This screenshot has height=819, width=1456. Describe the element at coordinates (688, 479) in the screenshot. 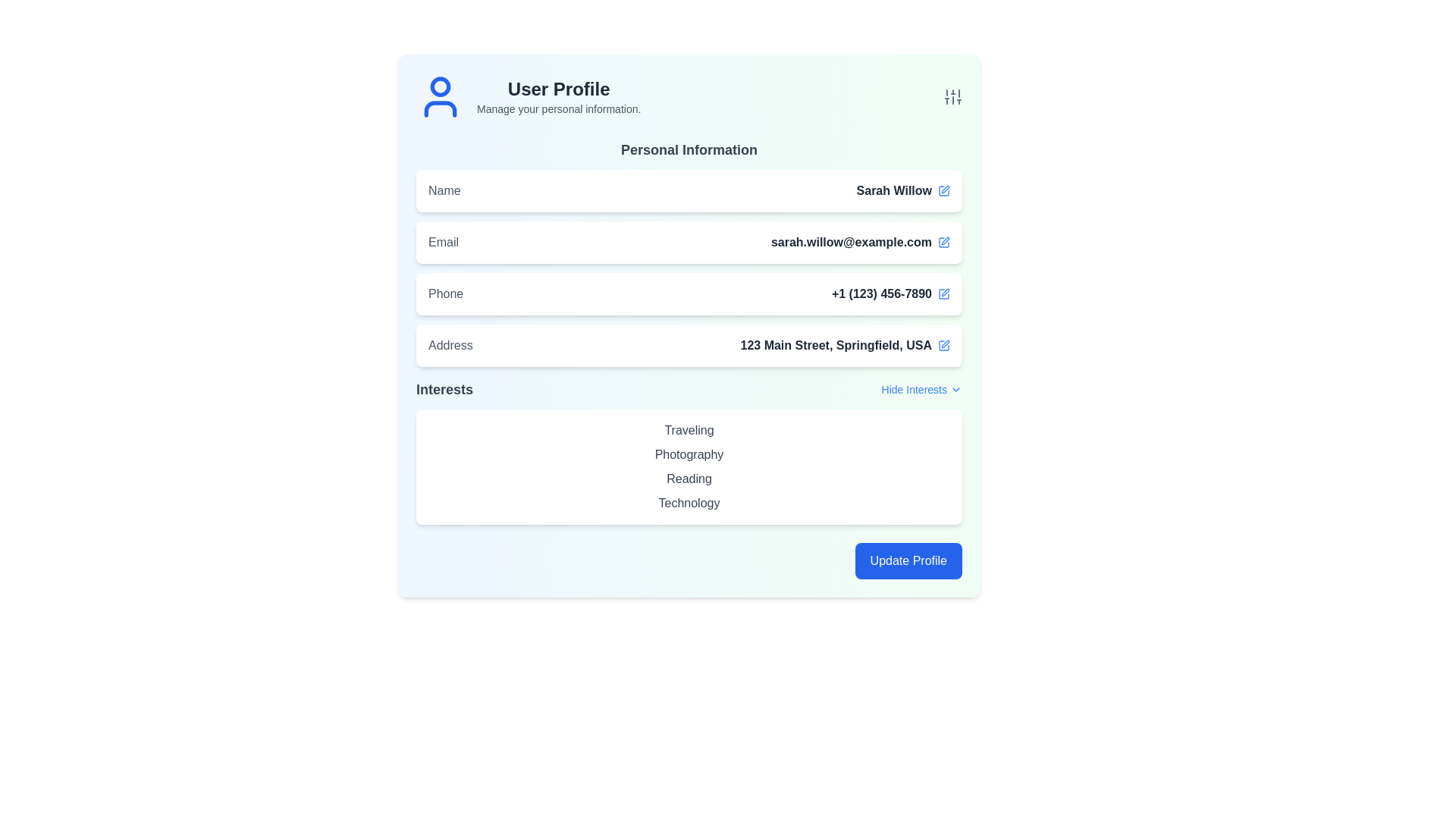

I see `the 'Reading' label, which is the third item in the 'Interests' section, styled in gray with medium font weight` at that location.